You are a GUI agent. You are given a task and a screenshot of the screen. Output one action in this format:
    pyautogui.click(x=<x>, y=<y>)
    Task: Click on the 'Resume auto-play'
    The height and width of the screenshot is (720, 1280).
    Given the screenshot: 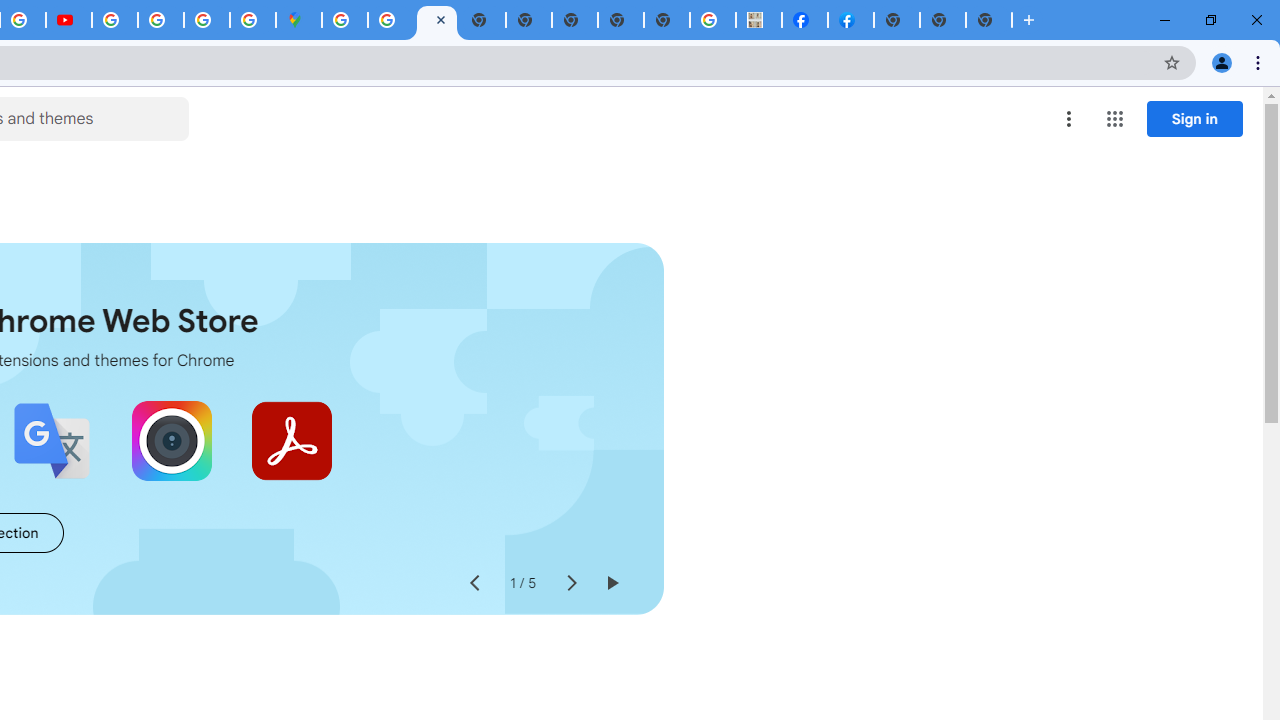 What is the action you would take?
    pyautogui.click(x=610, y=583)
    